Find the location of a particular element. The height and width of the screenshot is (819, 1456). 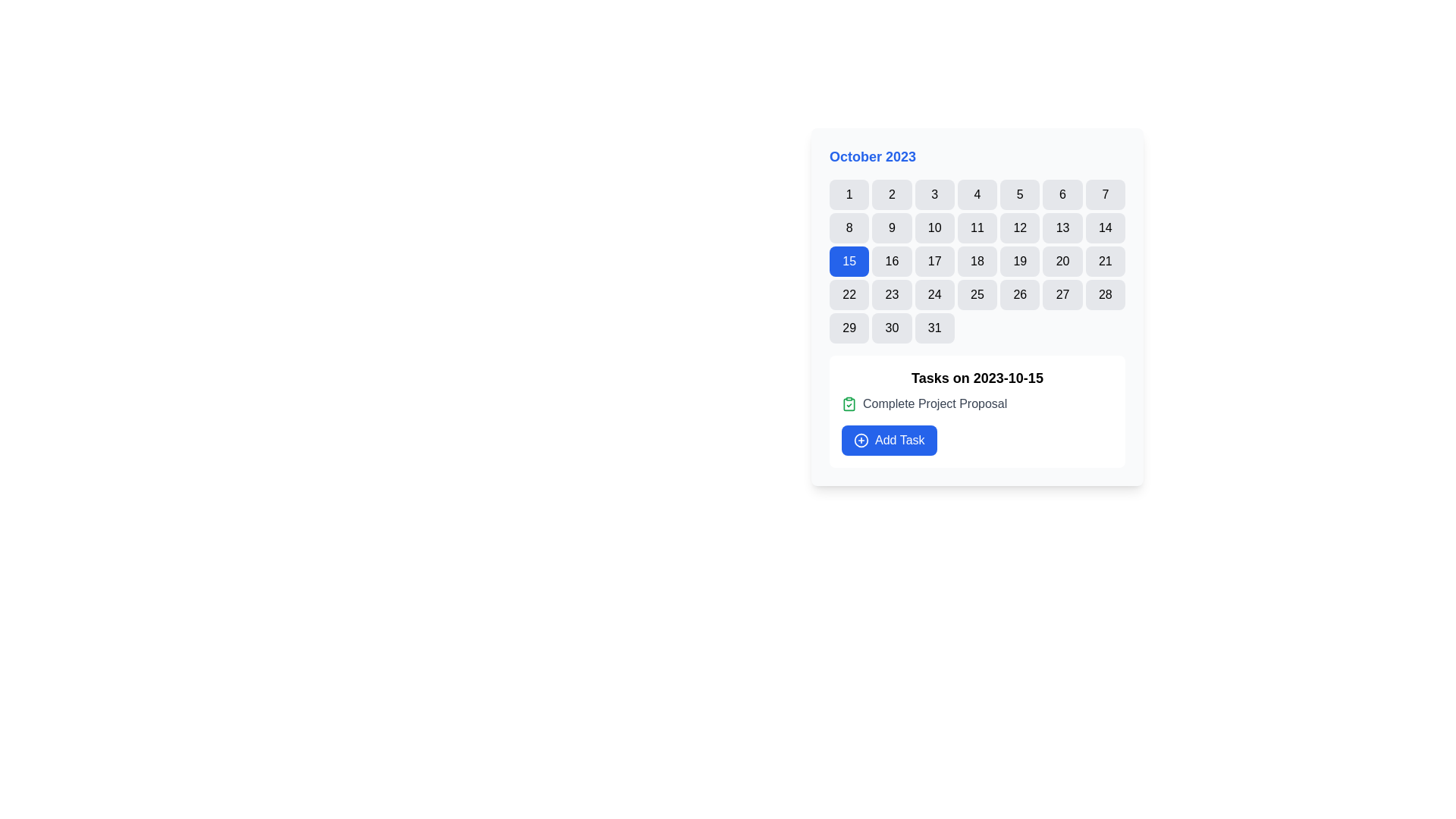

the button representing the seventh day of the month in the calendar interface is located at coordinates (1105, 194).